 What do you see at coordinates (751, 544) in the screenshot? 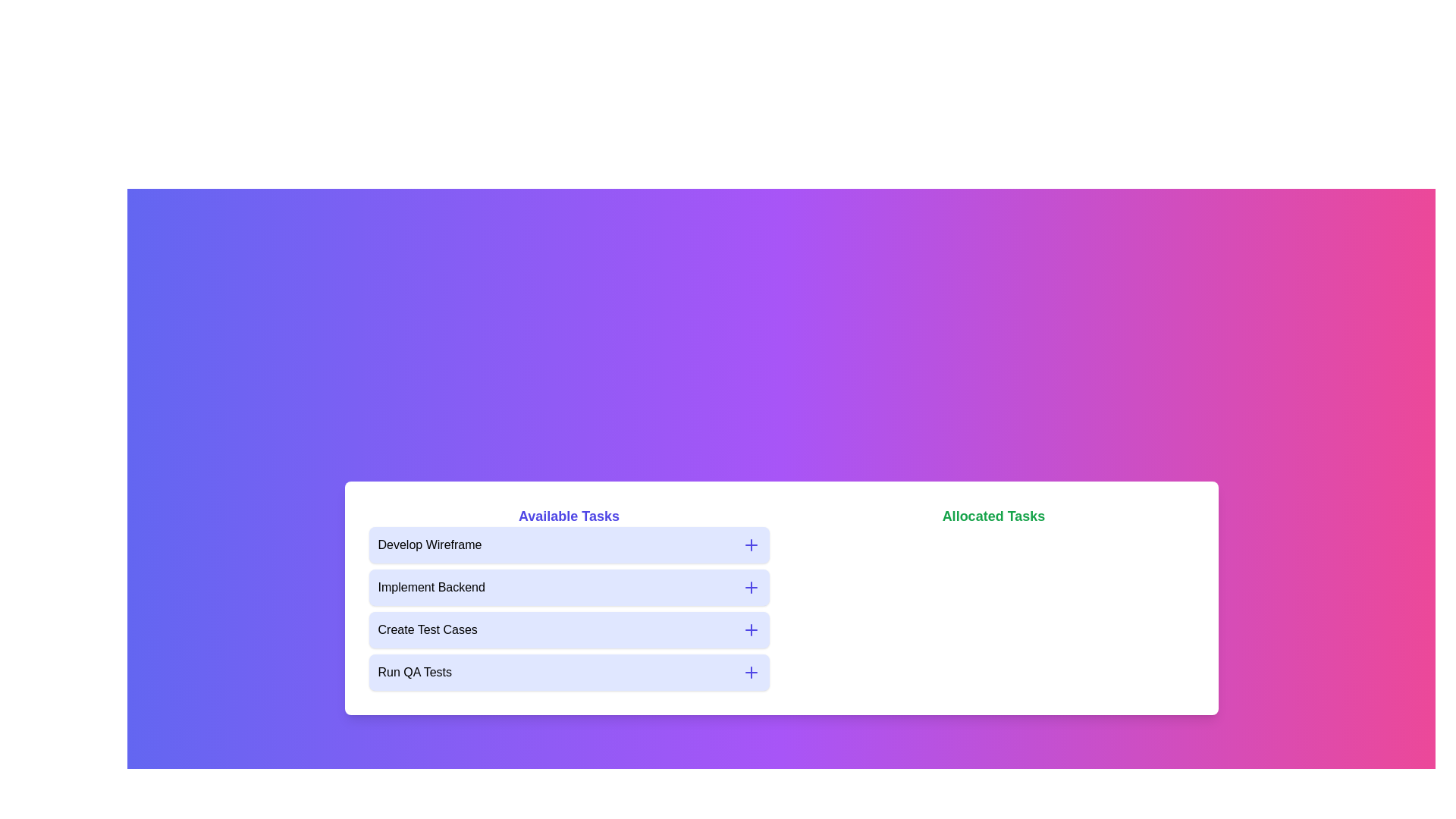
I see `'+' icon next to the task 'Develop Wireframe' in the 'Available Tasks' list to allocate it` at bounding box center [751, 544].